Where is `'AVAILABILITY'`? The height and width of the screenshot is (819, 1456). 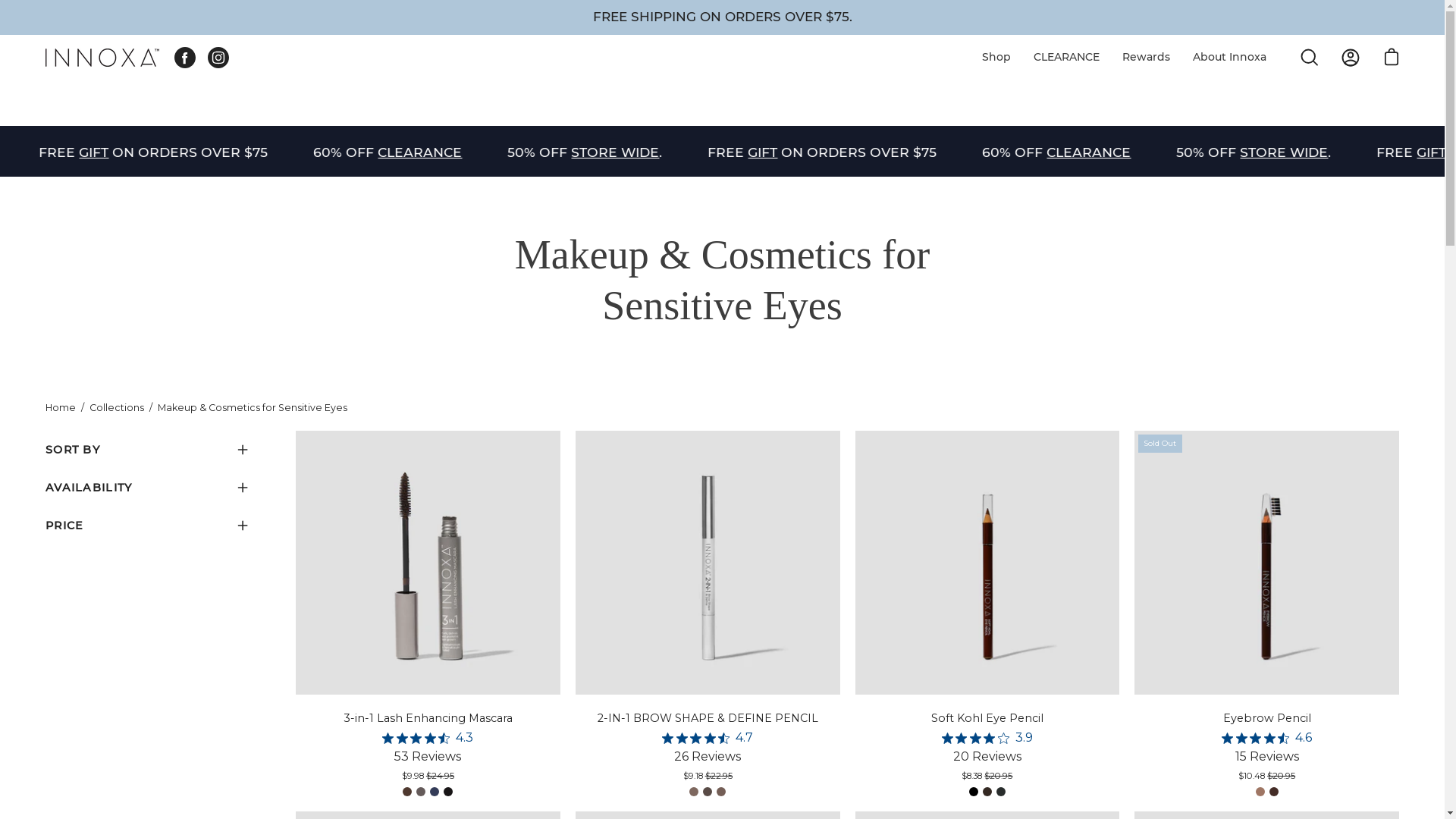
'AVAILABILITY' is located at coordinates (148, 488).